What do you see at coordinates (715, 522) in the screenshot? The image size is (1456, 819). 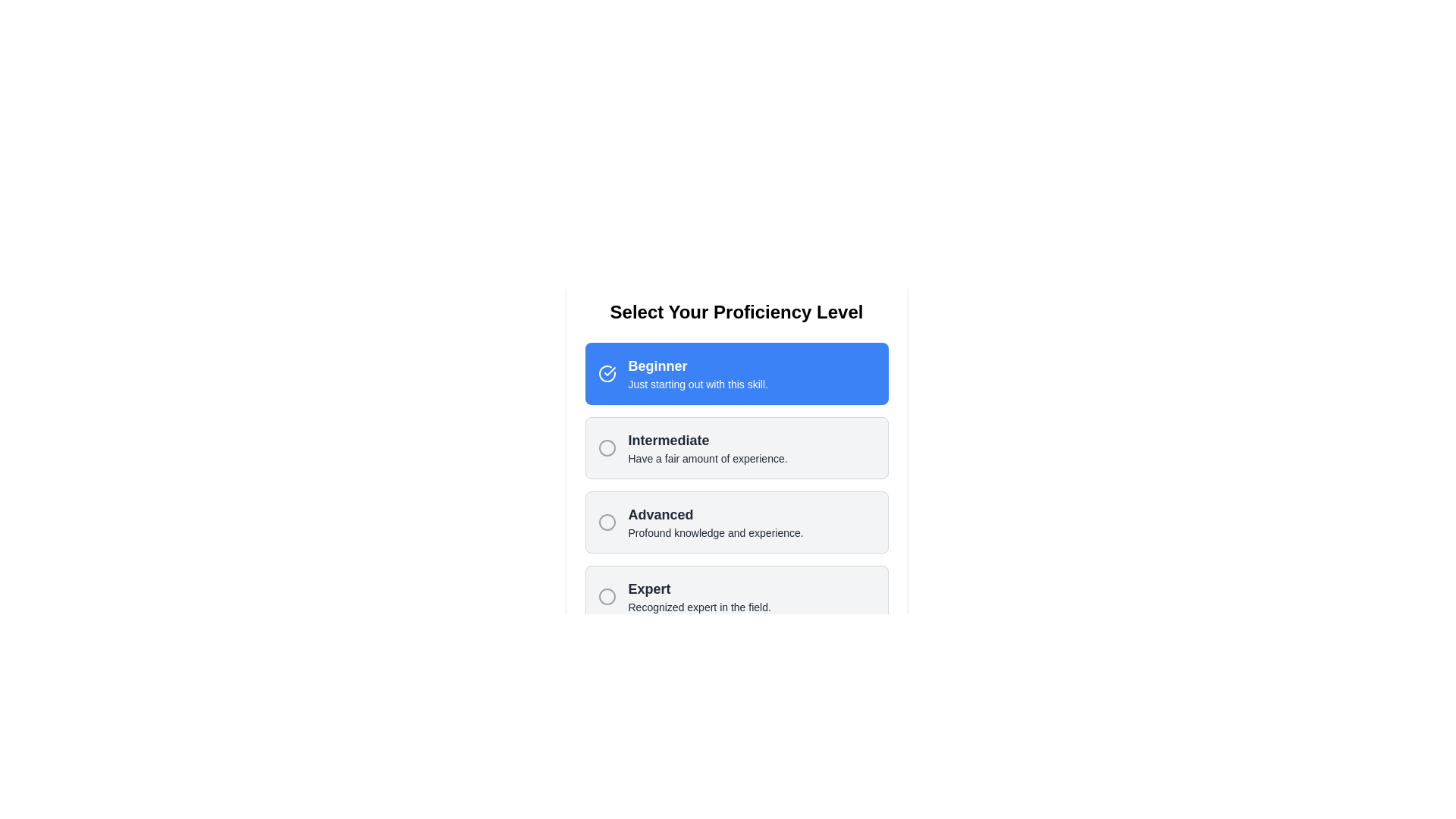 I see `the 'Advanced' proficiency level label, which is located centrally in the proficiency level list, positioned between 'Intermediate' and 'Expert'` at bounding box center [715, 522].